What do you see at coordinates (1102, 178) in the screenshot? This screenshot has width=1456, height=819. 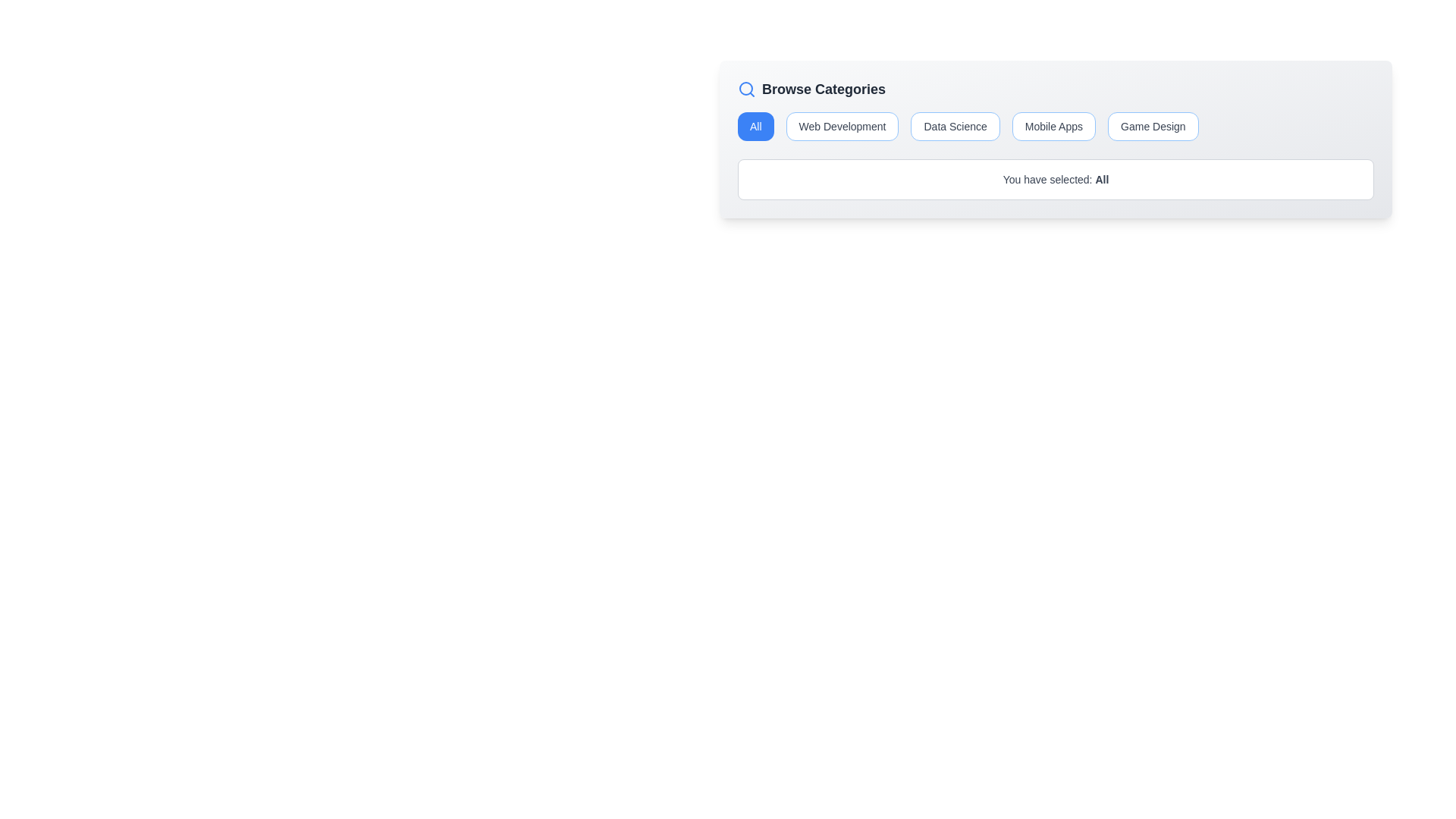 I see `the text label that displays 'All' in the message 'You have selected: All', which is located in the lower center of the interface` at bounding box center [1102, 178].